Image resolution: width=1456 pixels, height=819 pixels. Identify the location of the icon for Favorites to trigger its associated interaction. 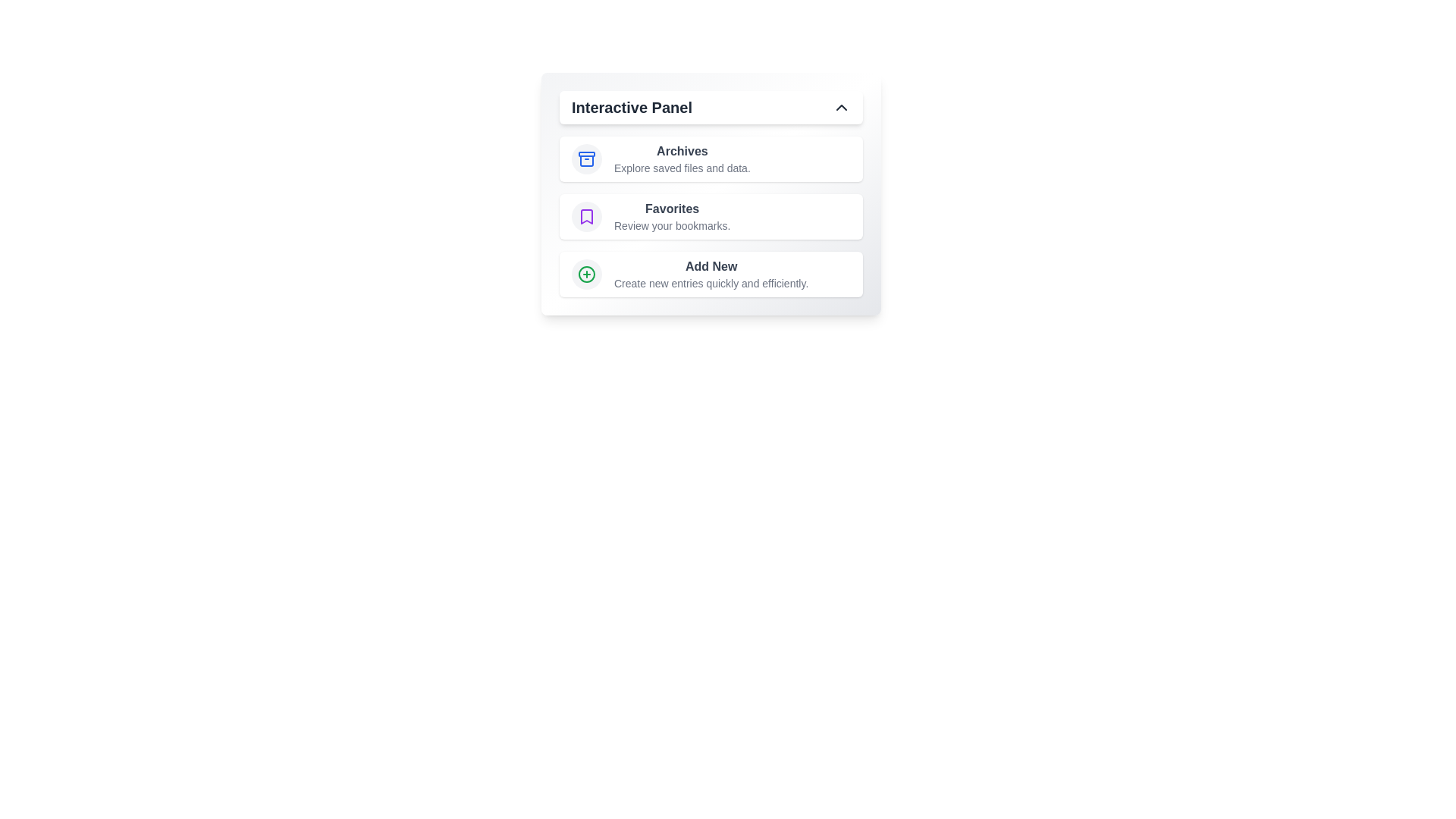
(585, 216).